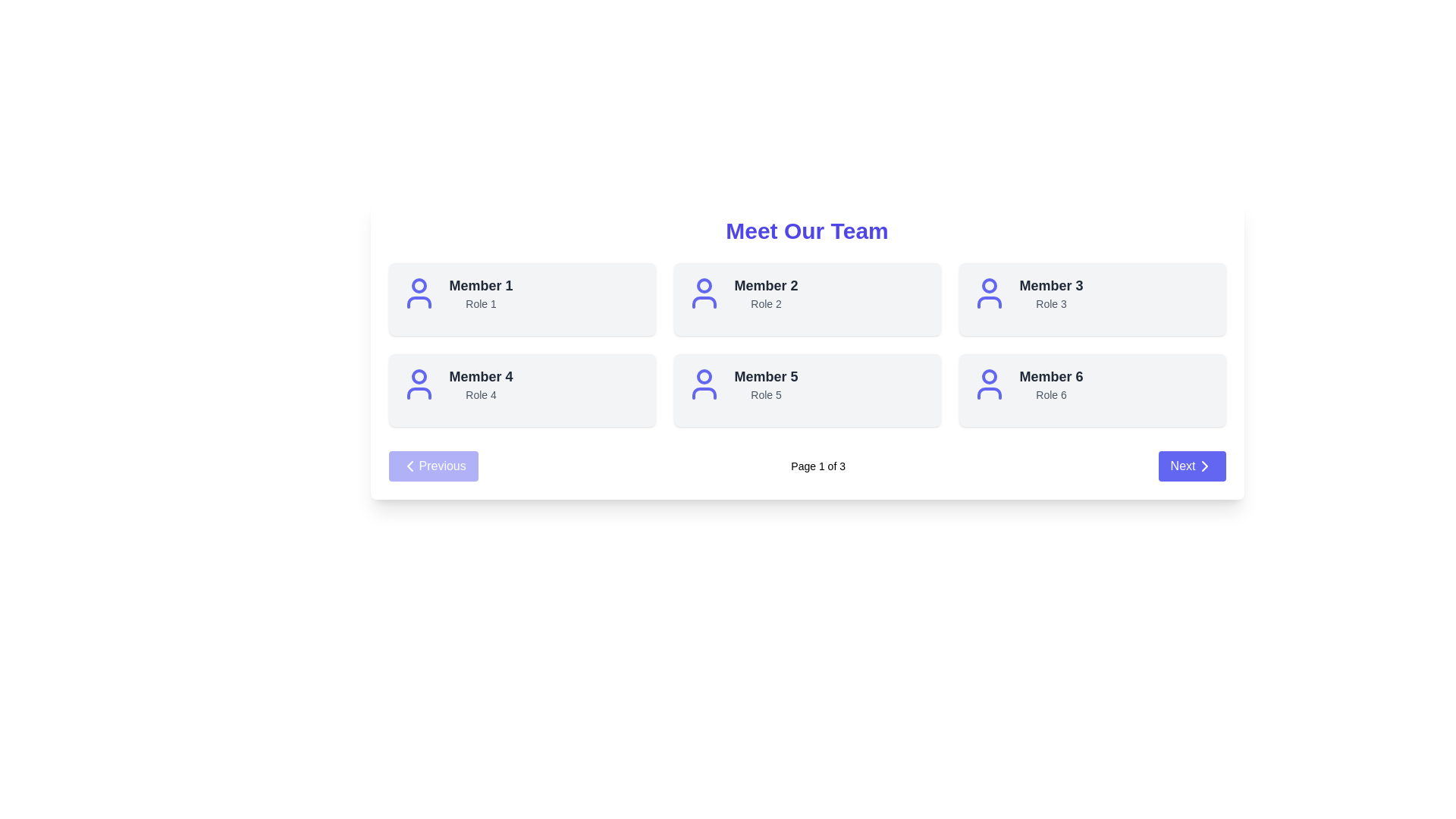 The width and height of the screenshot is (1456, 819). I want to click on the static text indicating the current page number and total pages in the pagination section, located at the bottom of the interface between the 'Previous' and 'Next' buttons, so click(817, 465).